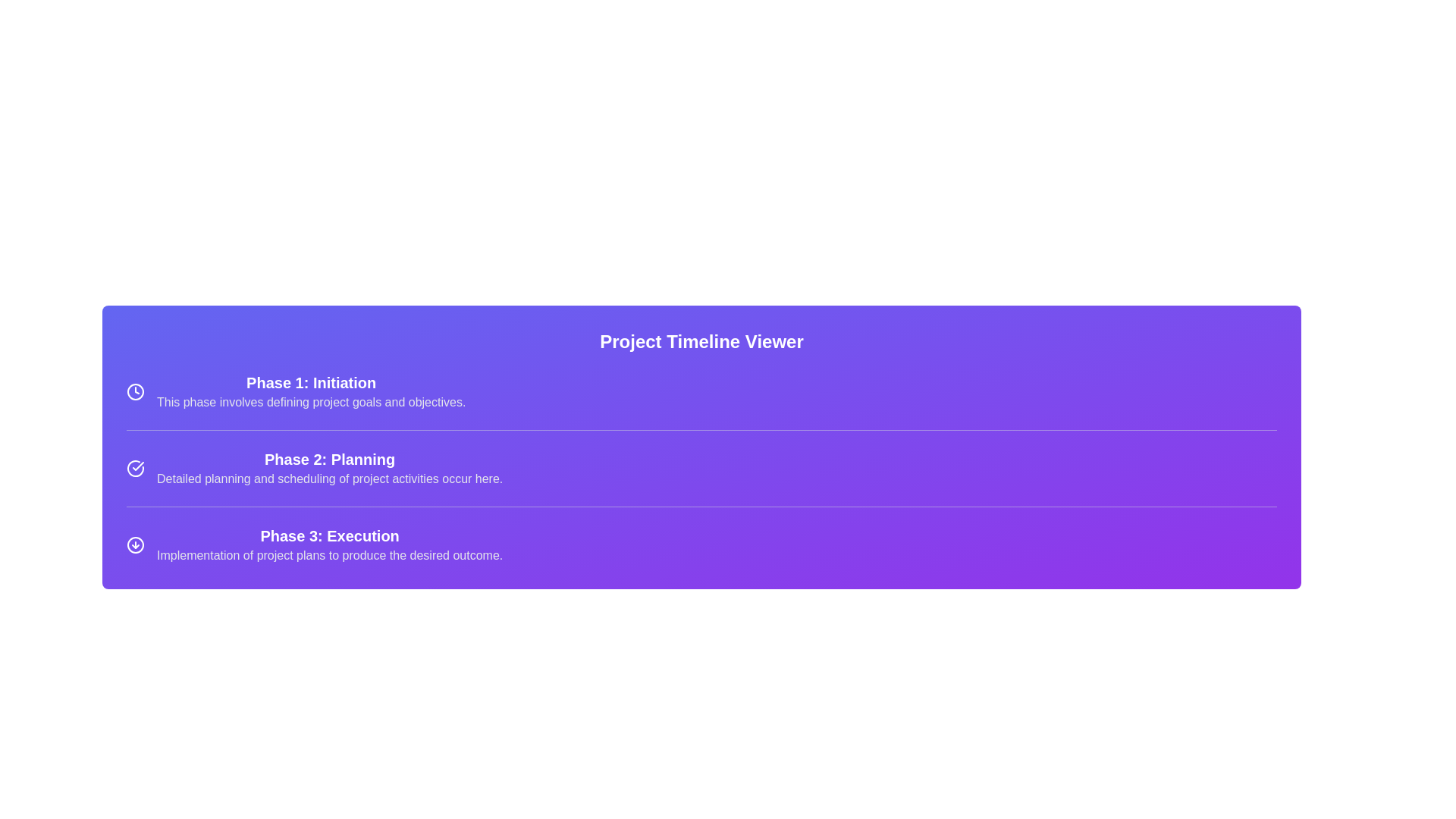 This screenshot has height=819, width=1456. What do you see at coordinates (329, 467) in the screenshot?
I see `information contained in the informational block titled 'Phase 2: Planning', which includes details about project activities scheduling` at bounding box center [329, 467].